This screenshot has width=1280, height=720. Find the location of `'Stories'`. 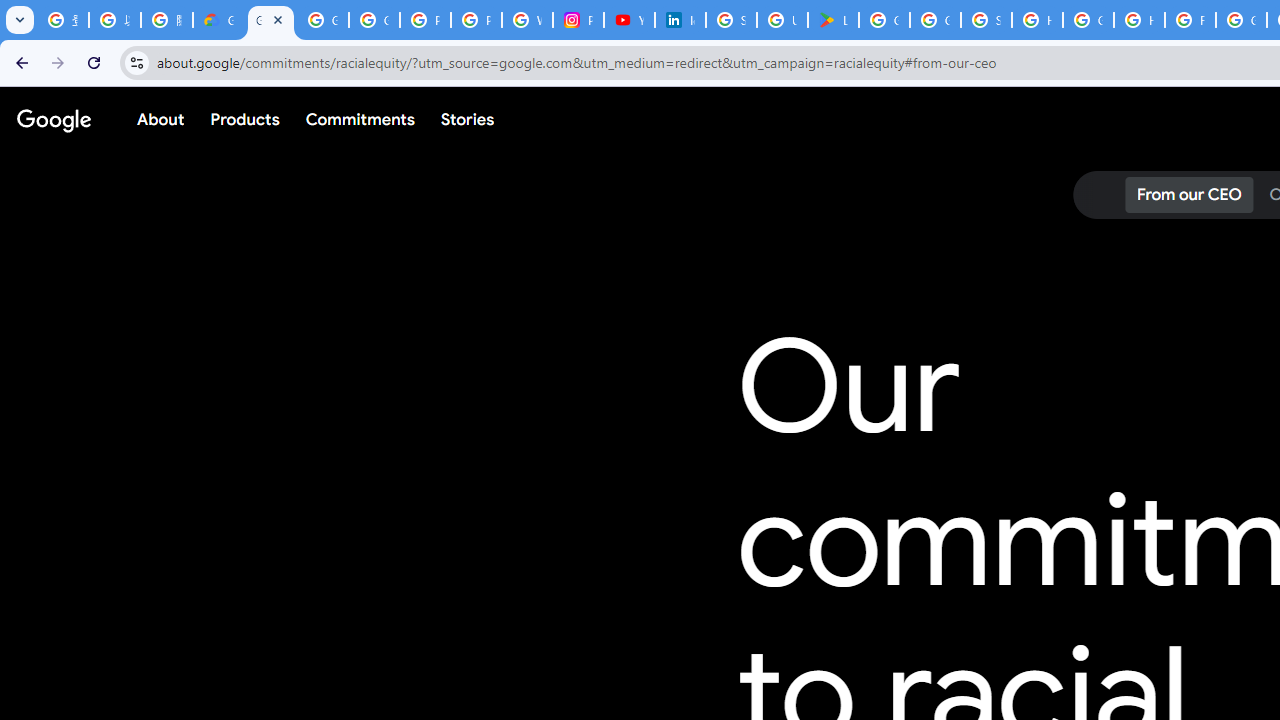

'Stories' is located at coordinates (466, 119).